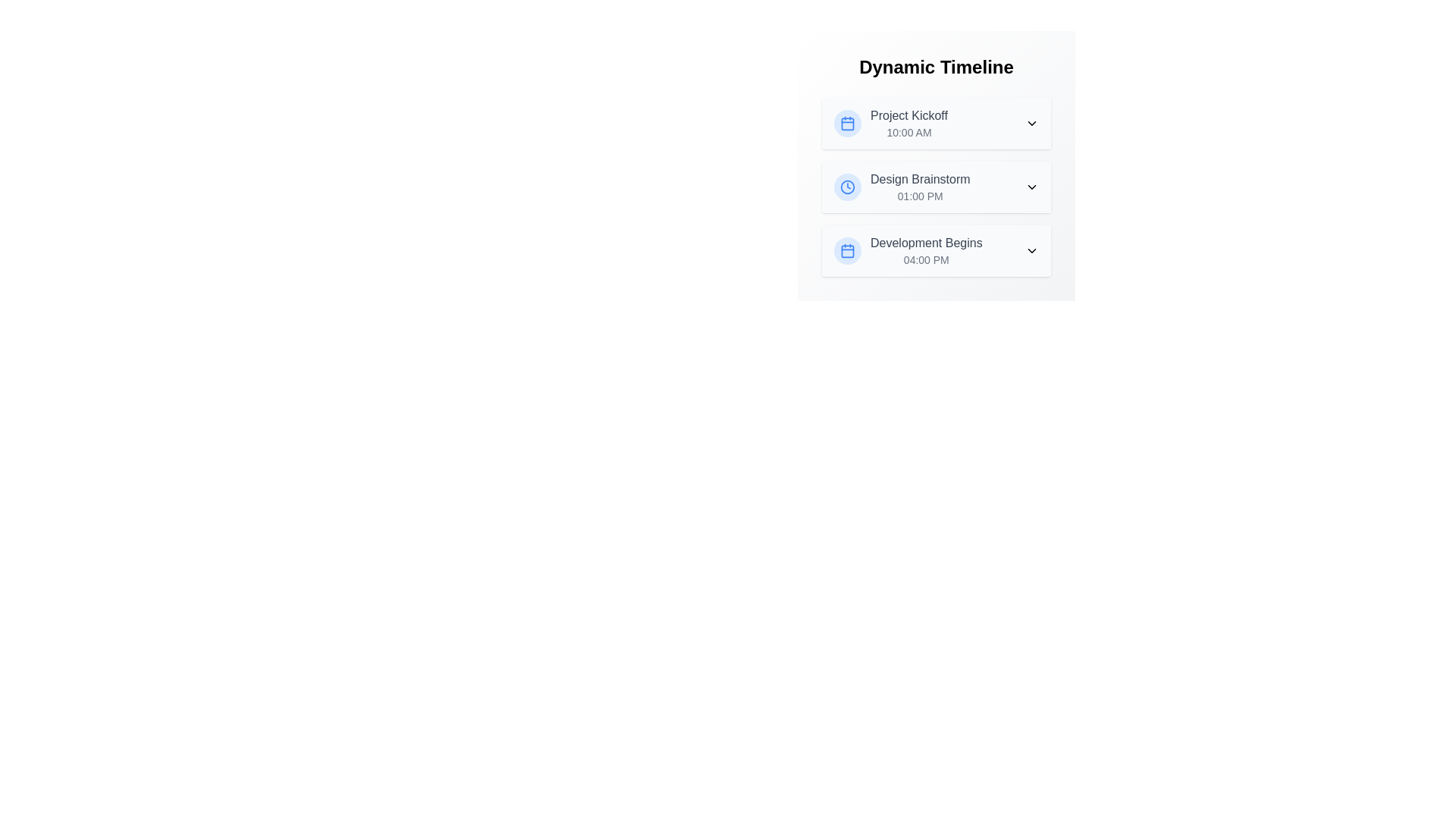  What do you see at coordinates (909, 115) in the screenshot?
I see `the title label of the first event in the timeline, which is positioned under the 'Dynamic Timeline' heading and above the time '10:00 AM'` at bounding box center [909, 115].